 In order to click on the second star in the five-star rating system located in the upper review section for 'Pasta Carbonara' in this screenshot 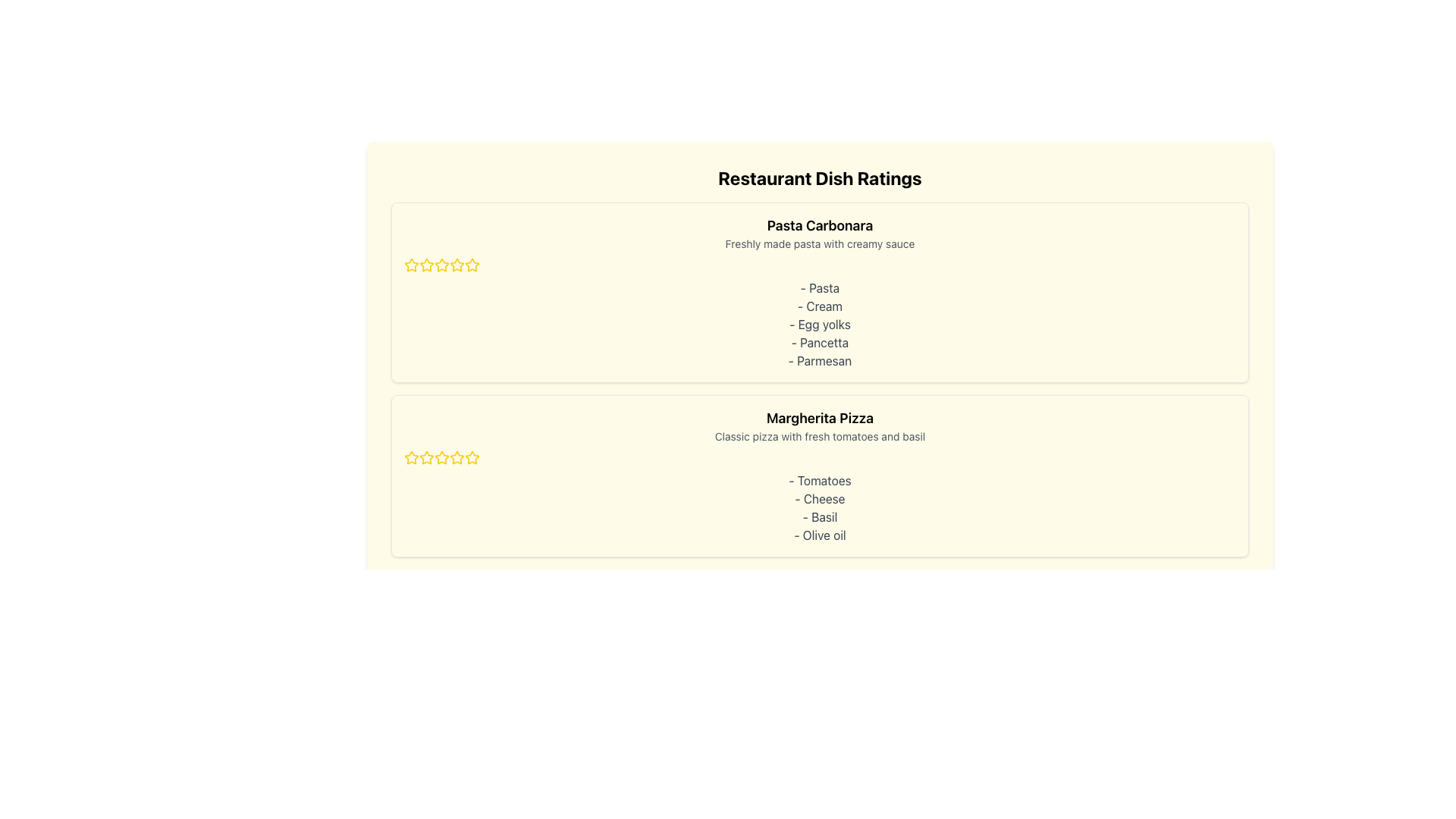, I will do `click(441, 264)`.